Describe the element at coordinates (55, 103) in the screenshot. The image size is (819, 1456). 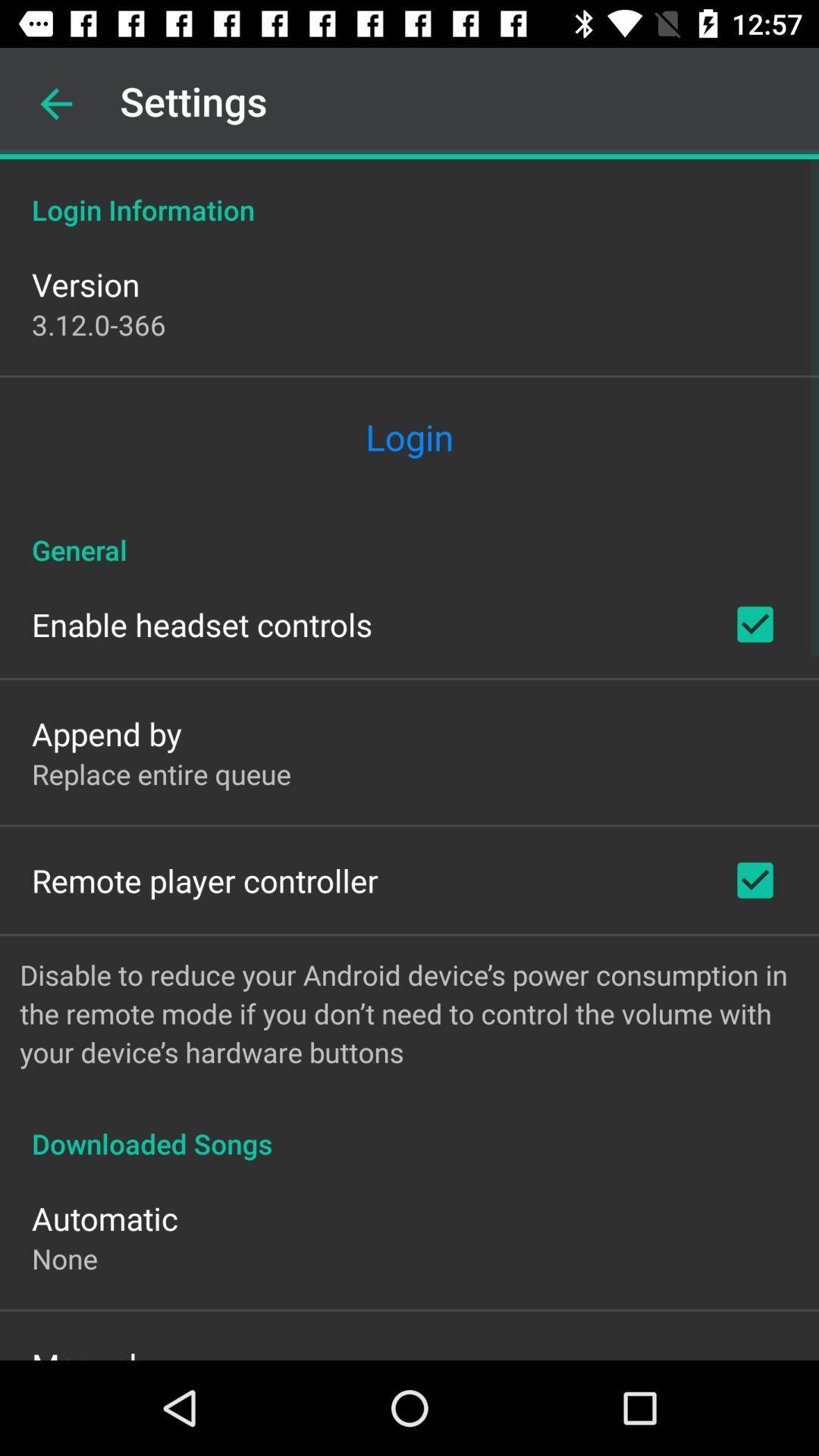
I see `the item next to settings icon` at that location.